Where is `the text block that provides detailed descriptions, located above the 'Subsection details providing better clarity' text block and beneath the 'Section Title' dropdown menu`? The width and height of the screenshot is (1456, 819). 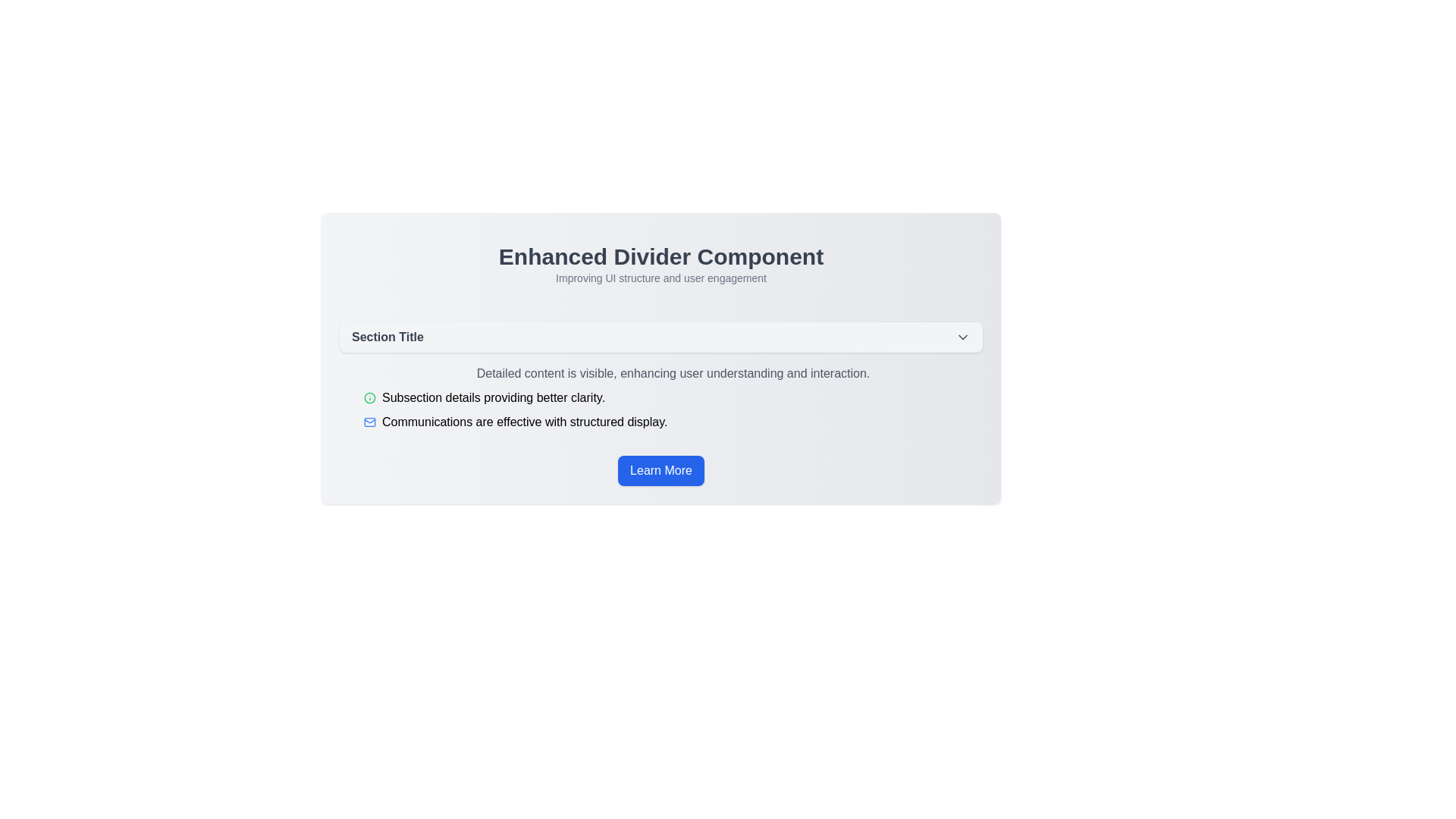
the text block that provides detailed descriptions, located above the 'Subsection details providing better clarity' text block and beneath the 'Section Title' dropdown menu is located at coordinates (673, 374).